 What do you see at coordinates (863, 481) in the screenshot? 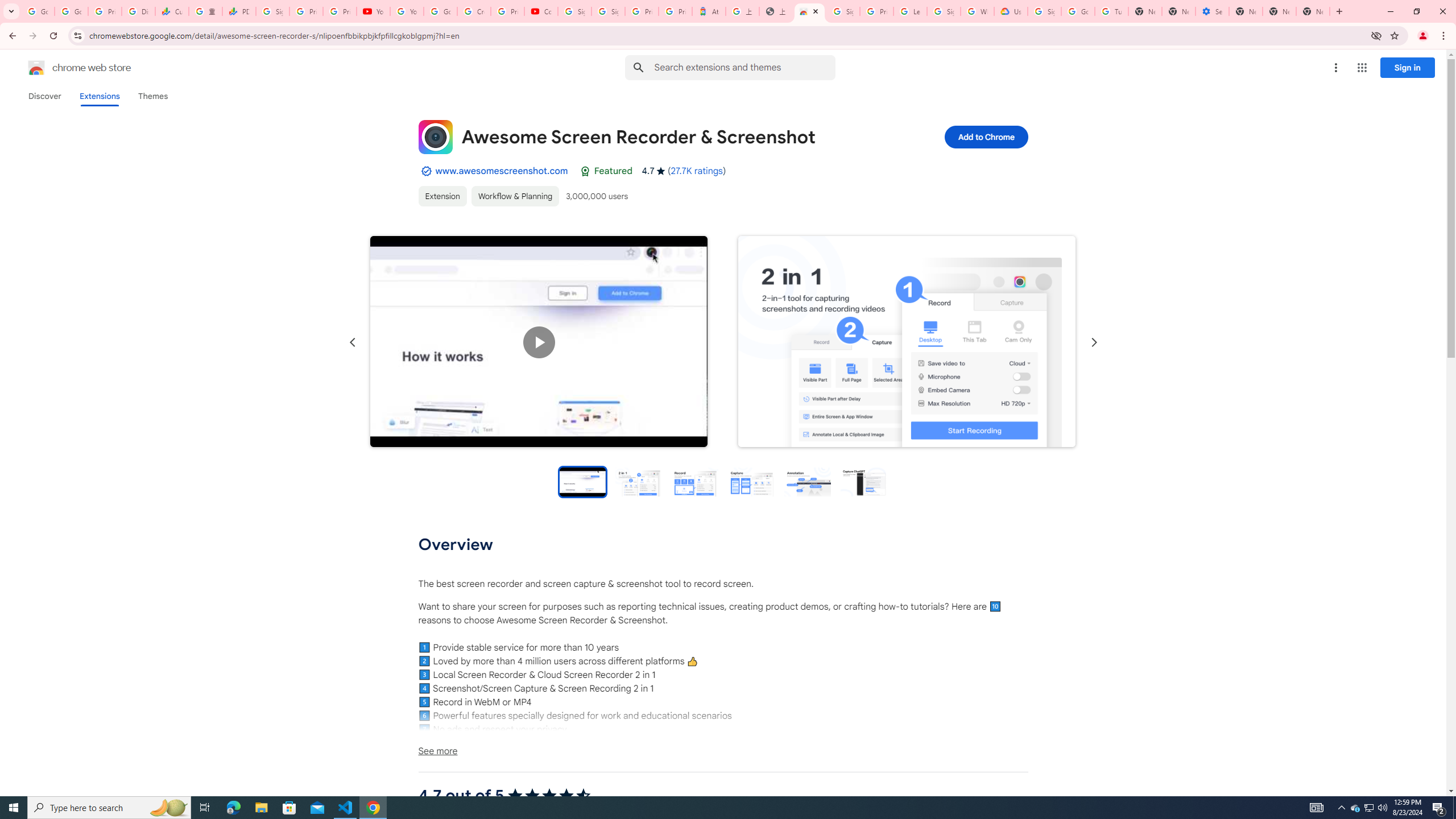
I see `'Preview slide 6'` at bounding box center [863, 481].